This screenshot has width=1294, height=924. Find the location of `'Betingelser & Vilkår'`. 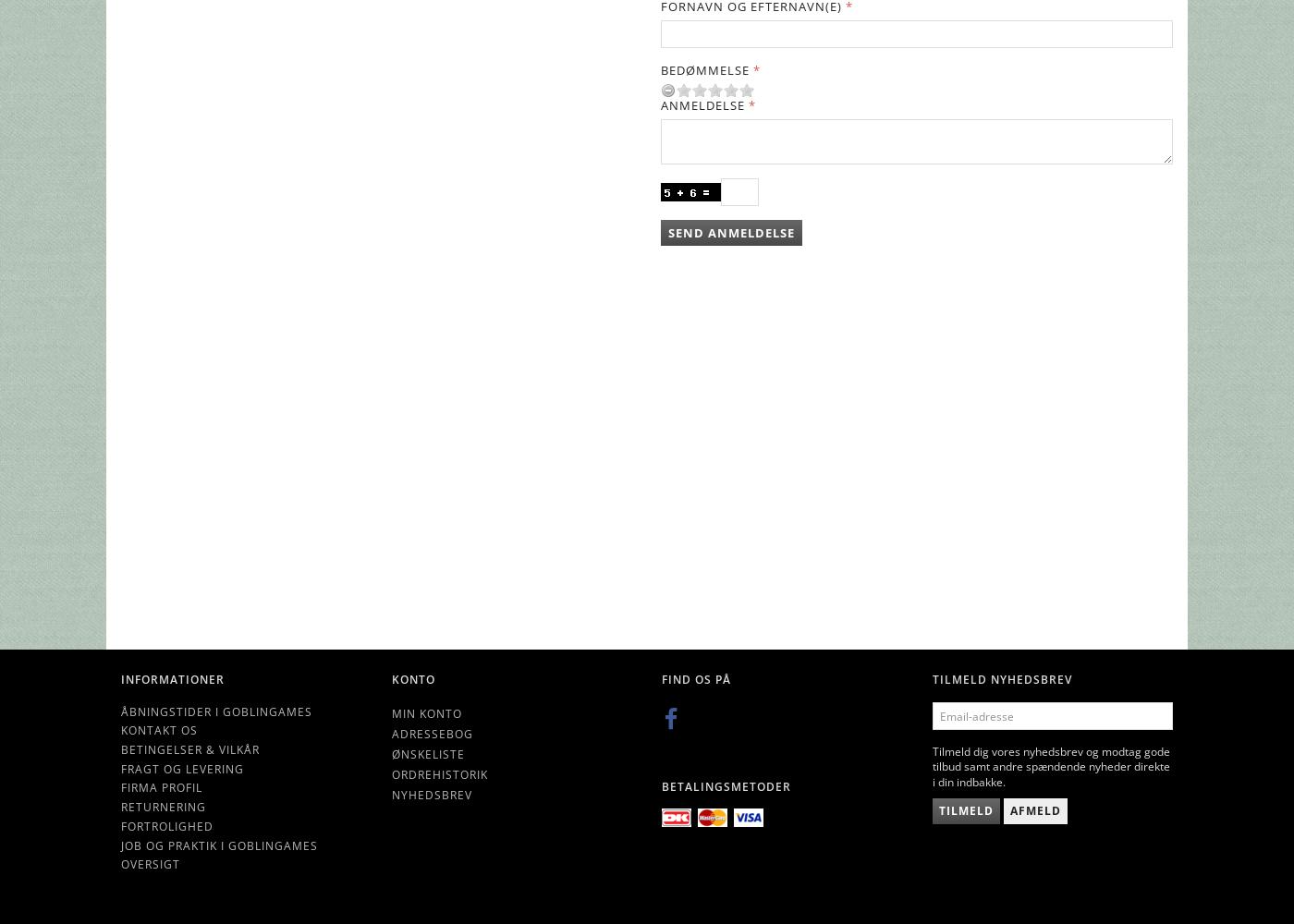

'Betingelser & Vilkår' is located at coordinates (189, 748).